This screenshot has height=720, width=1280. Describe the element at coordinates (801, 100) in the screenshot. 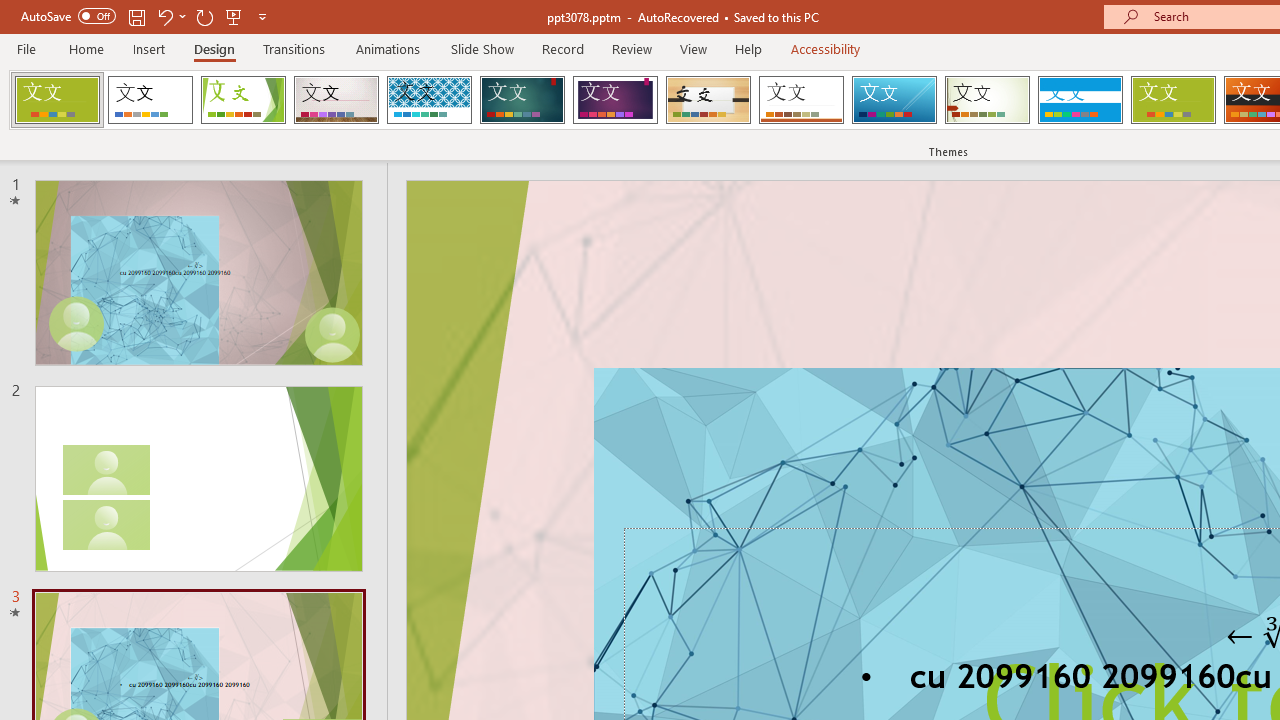

I see `'Retrospect'` at that location.